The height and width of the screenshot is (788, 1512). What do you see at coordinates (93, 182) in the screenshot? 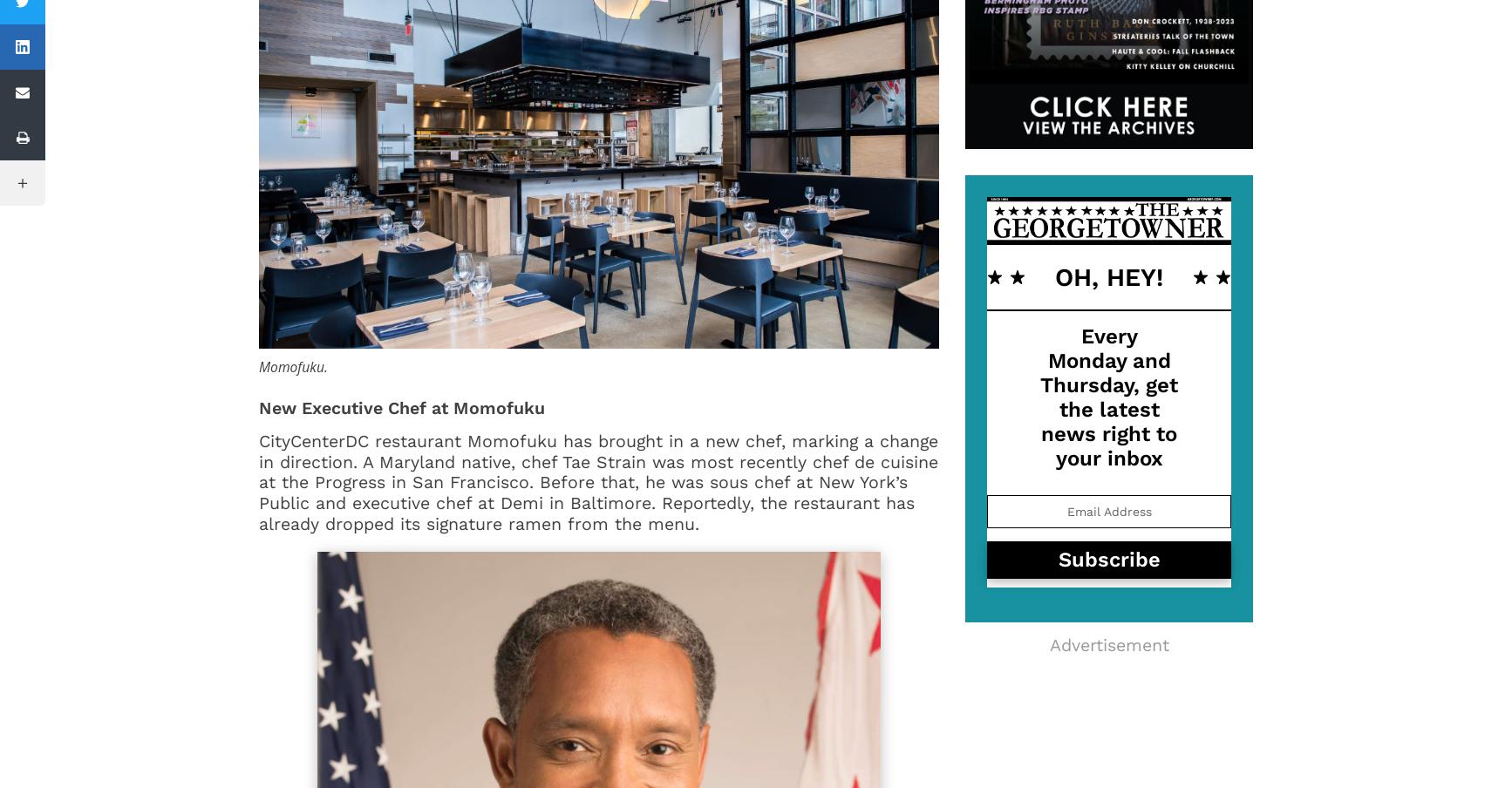
I see `'More Networks'` at bounding box center [93, 182].